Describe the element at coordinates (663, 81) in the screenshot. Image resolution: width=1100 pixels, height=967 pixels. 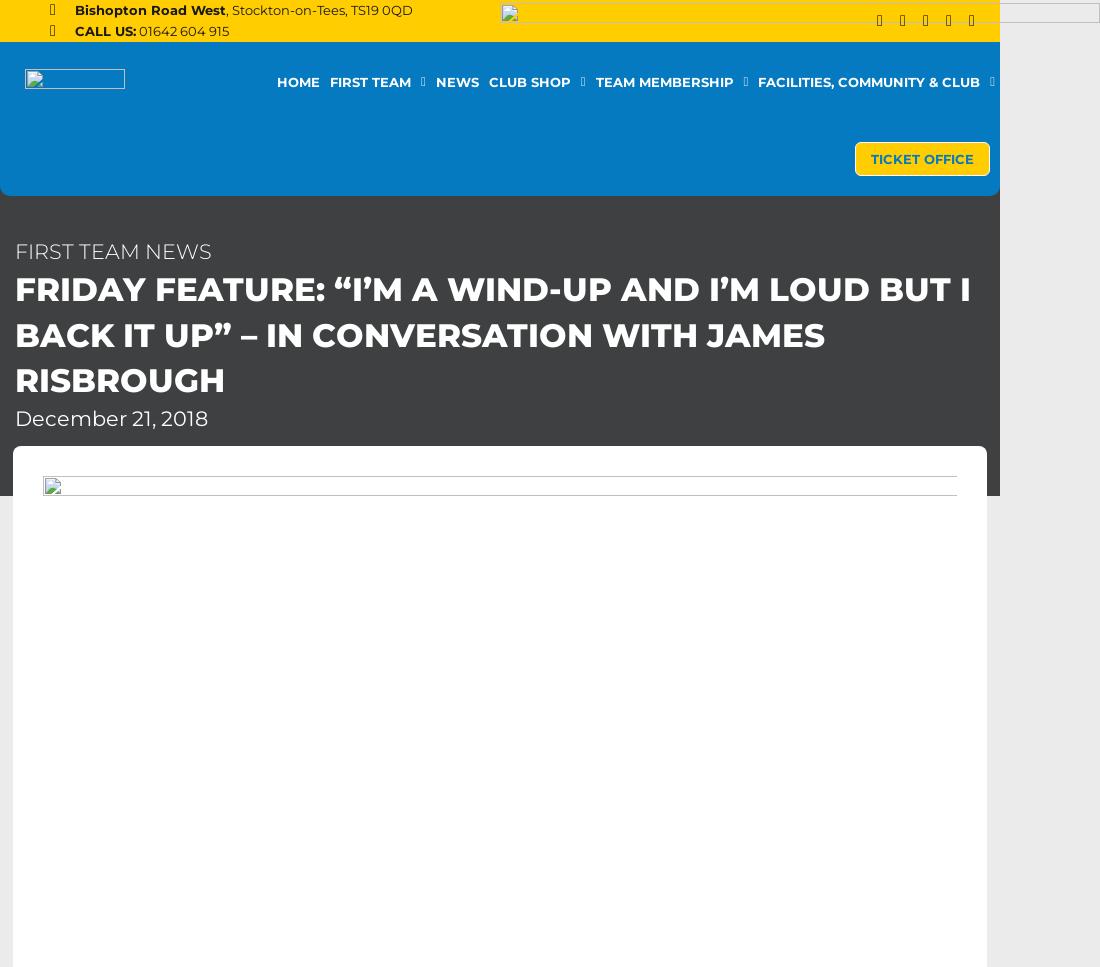
I see `'Team Membership'` at that location.